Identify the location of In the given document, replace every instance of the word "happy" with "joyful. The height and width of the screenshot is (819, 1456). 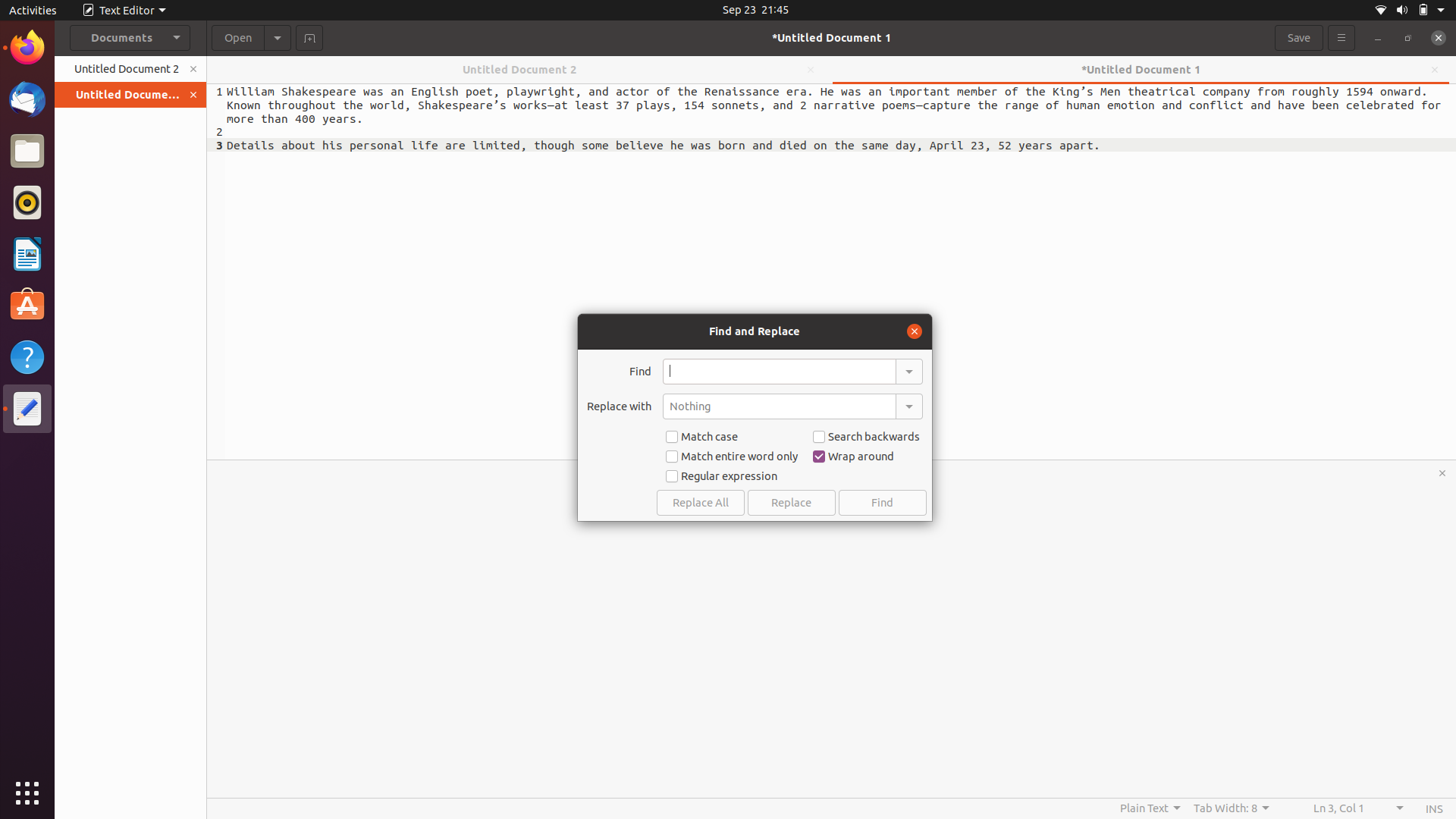
(779, 371).